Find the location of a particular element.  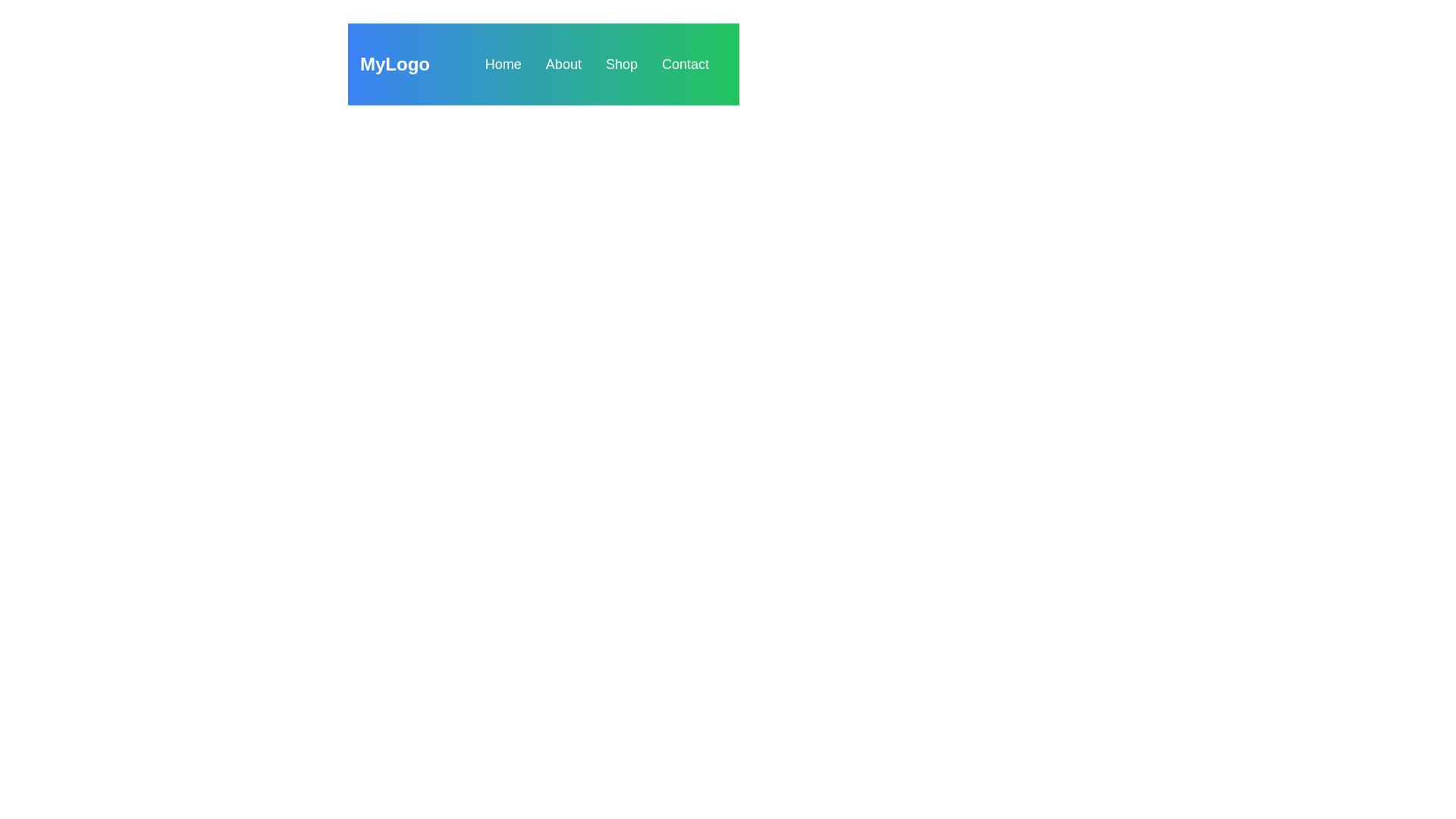

the first text link in the navigation menu, which is positioned to the right of 'MyLogo' is located at coordinates (503, 63).